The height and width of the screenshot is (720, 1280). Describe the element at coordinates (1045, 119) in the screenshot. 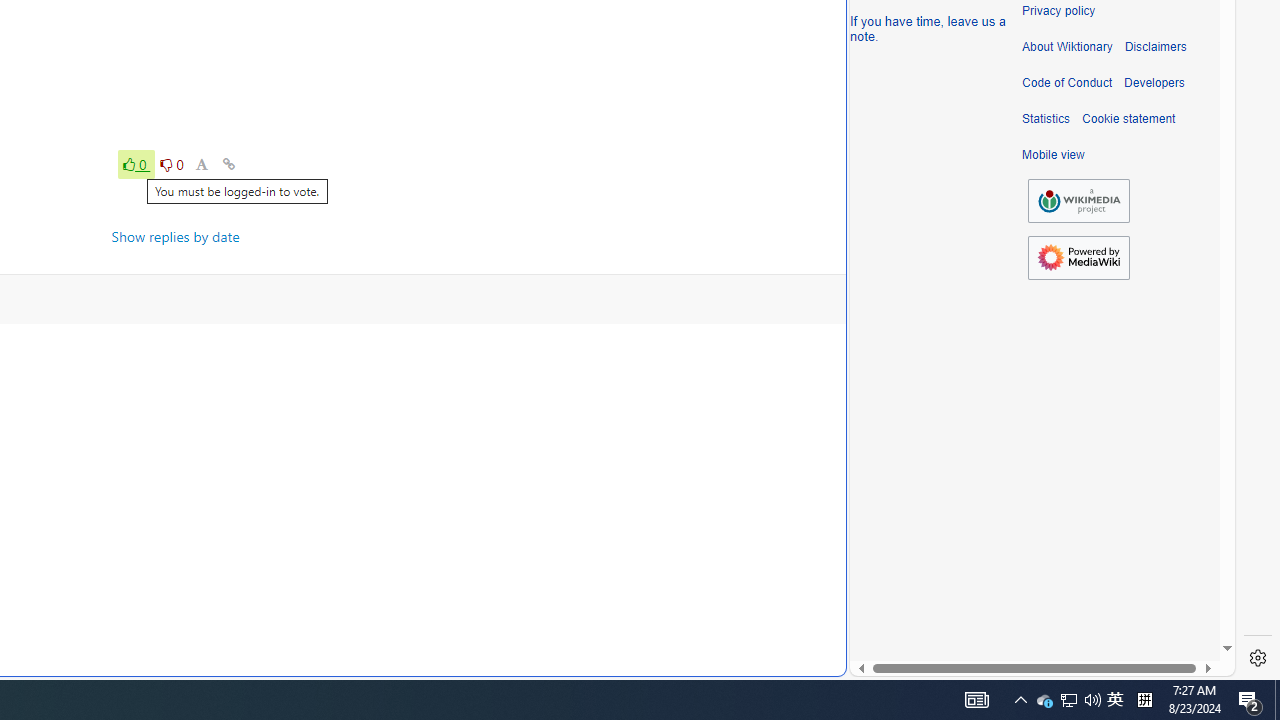

I see `'Statistics'` at that location.